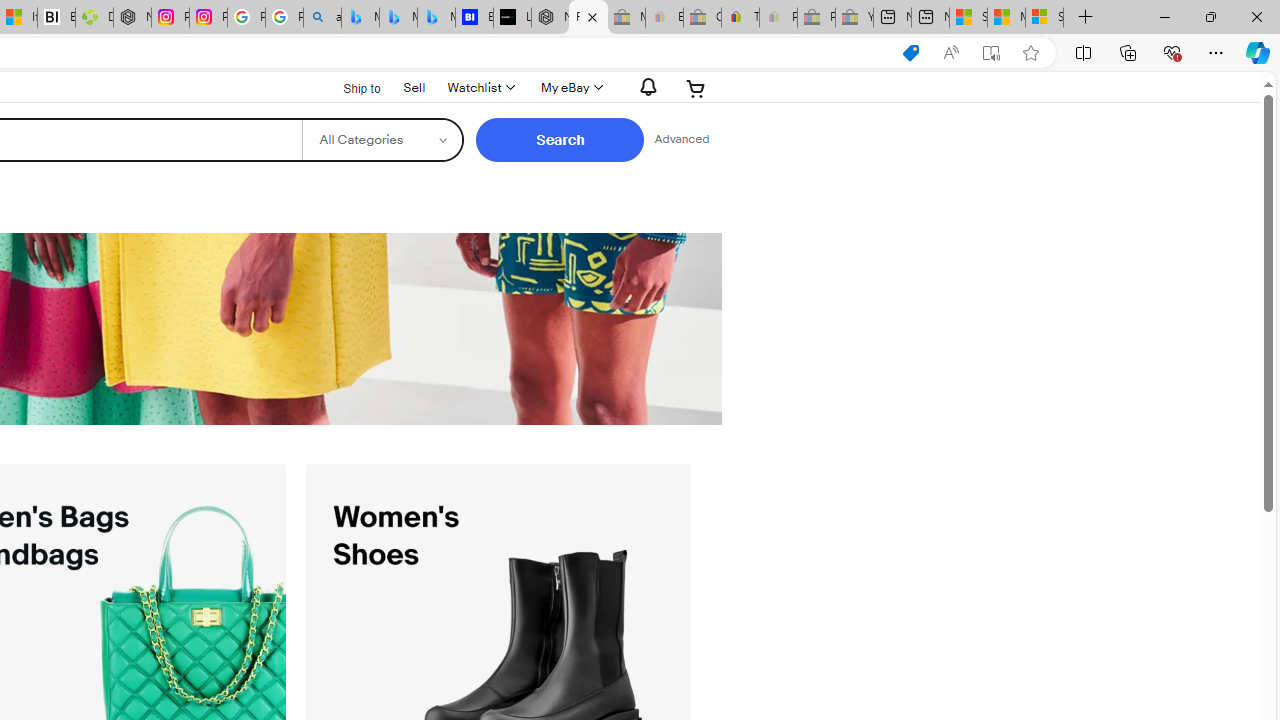  What do you see at coordinates (569, 87) in the screenshot?
I see `'My eBay'` at bounding box center [569, 87].